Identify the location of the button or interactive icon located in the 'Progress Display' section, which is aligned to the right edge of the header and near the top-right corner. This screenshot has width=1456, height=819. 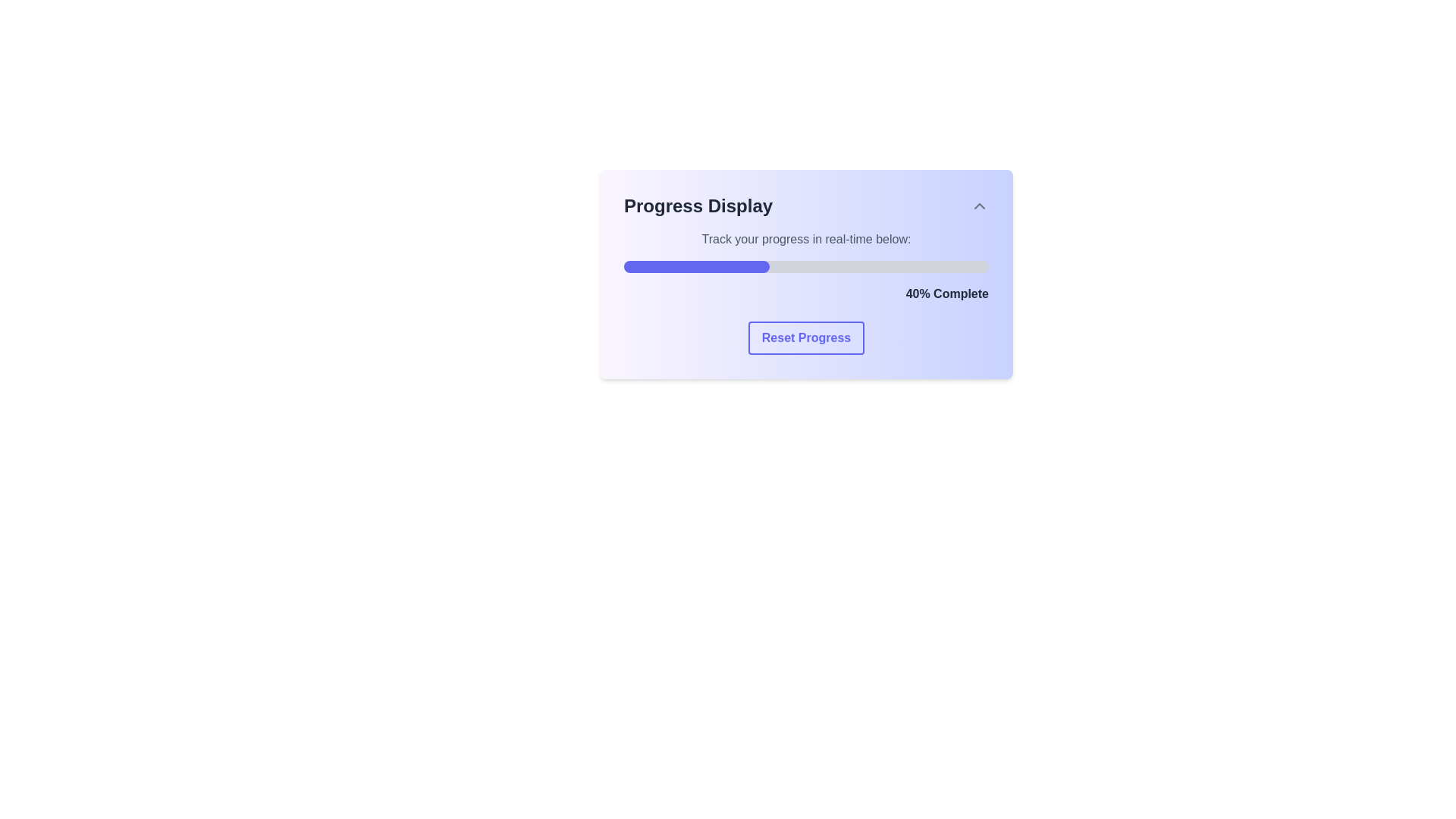
(979, 206).